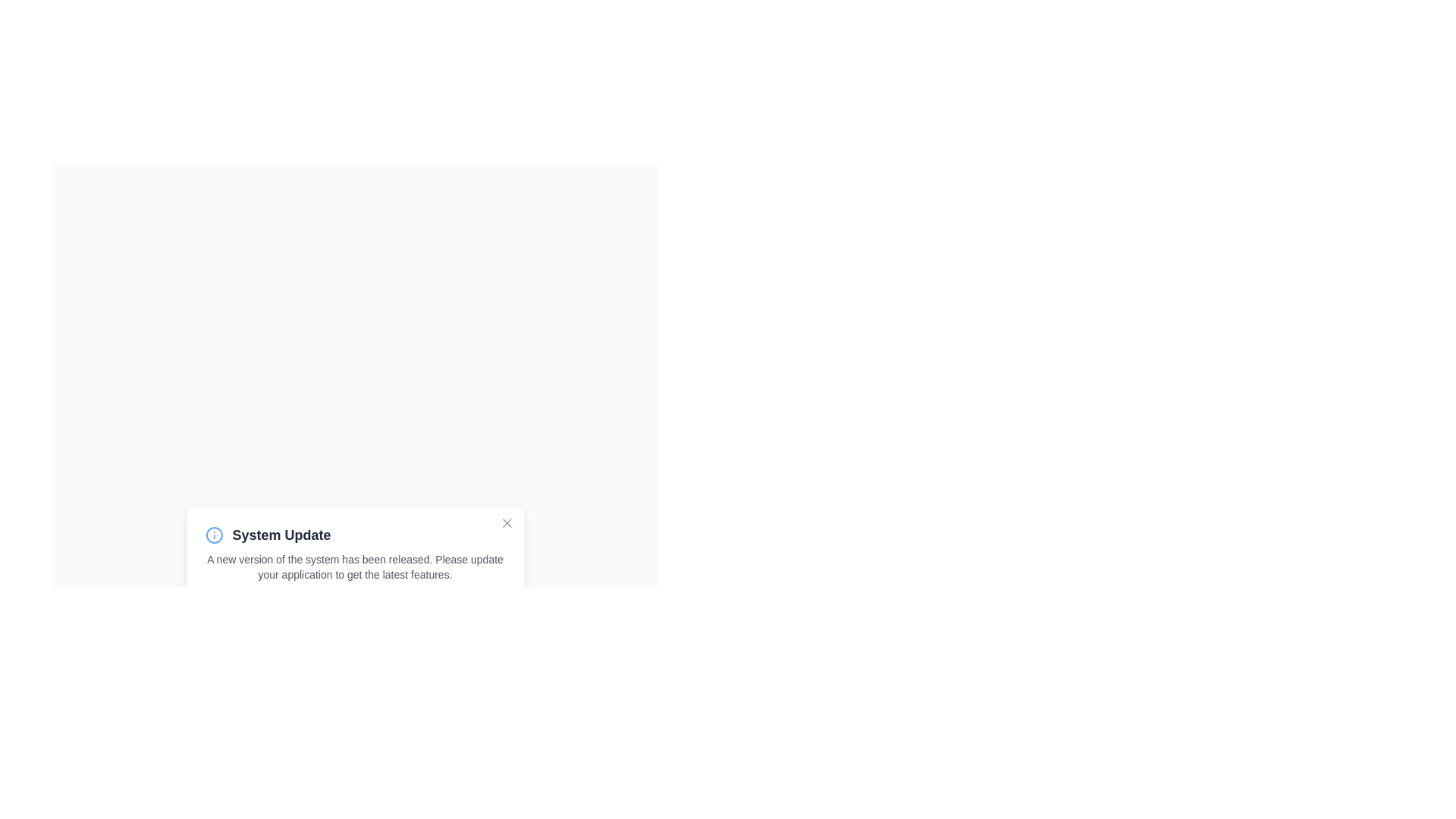  I want to click on the close button located at the top-right corner of the 'System Update' dialog box, so click(507, 522).